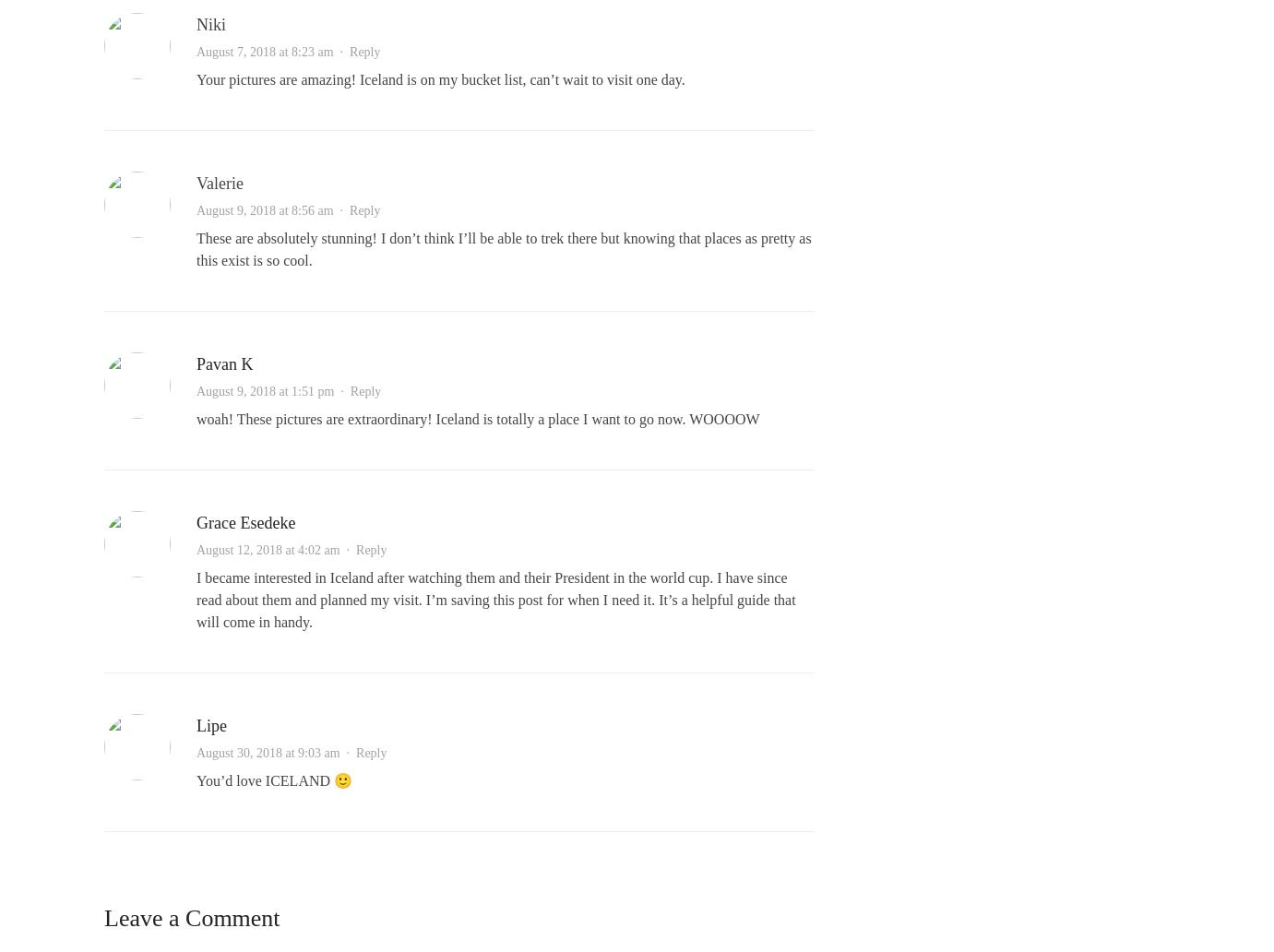 This screenshot has width=1274, height=952. I want to click on 'August 12, 2018 at 4:02 am', so click(268, 550).